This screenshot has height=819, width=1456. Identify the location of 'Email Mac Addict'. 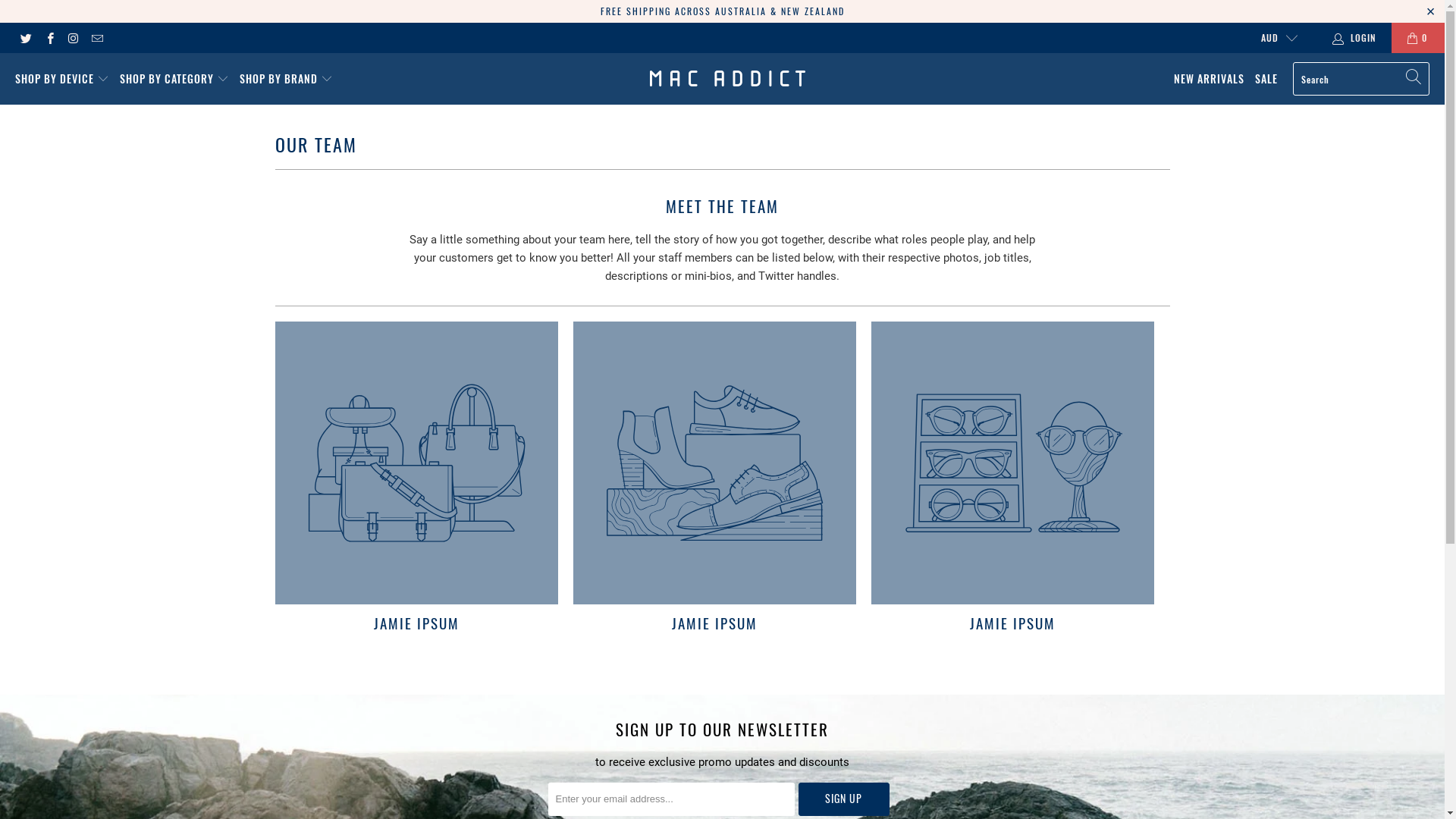
(96, 37).